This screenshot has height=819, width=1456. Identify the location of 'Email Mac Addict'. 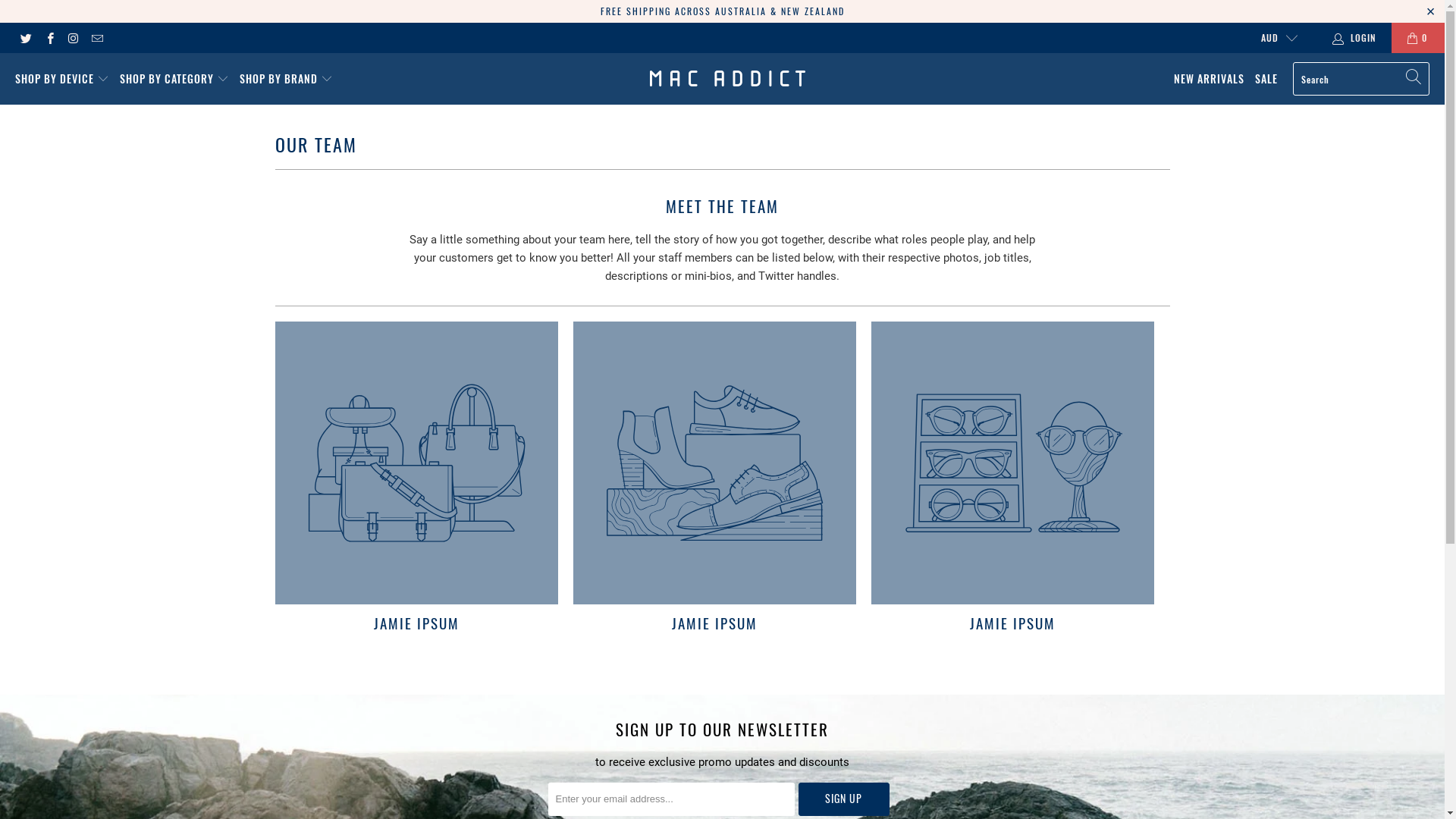
(96, 37).